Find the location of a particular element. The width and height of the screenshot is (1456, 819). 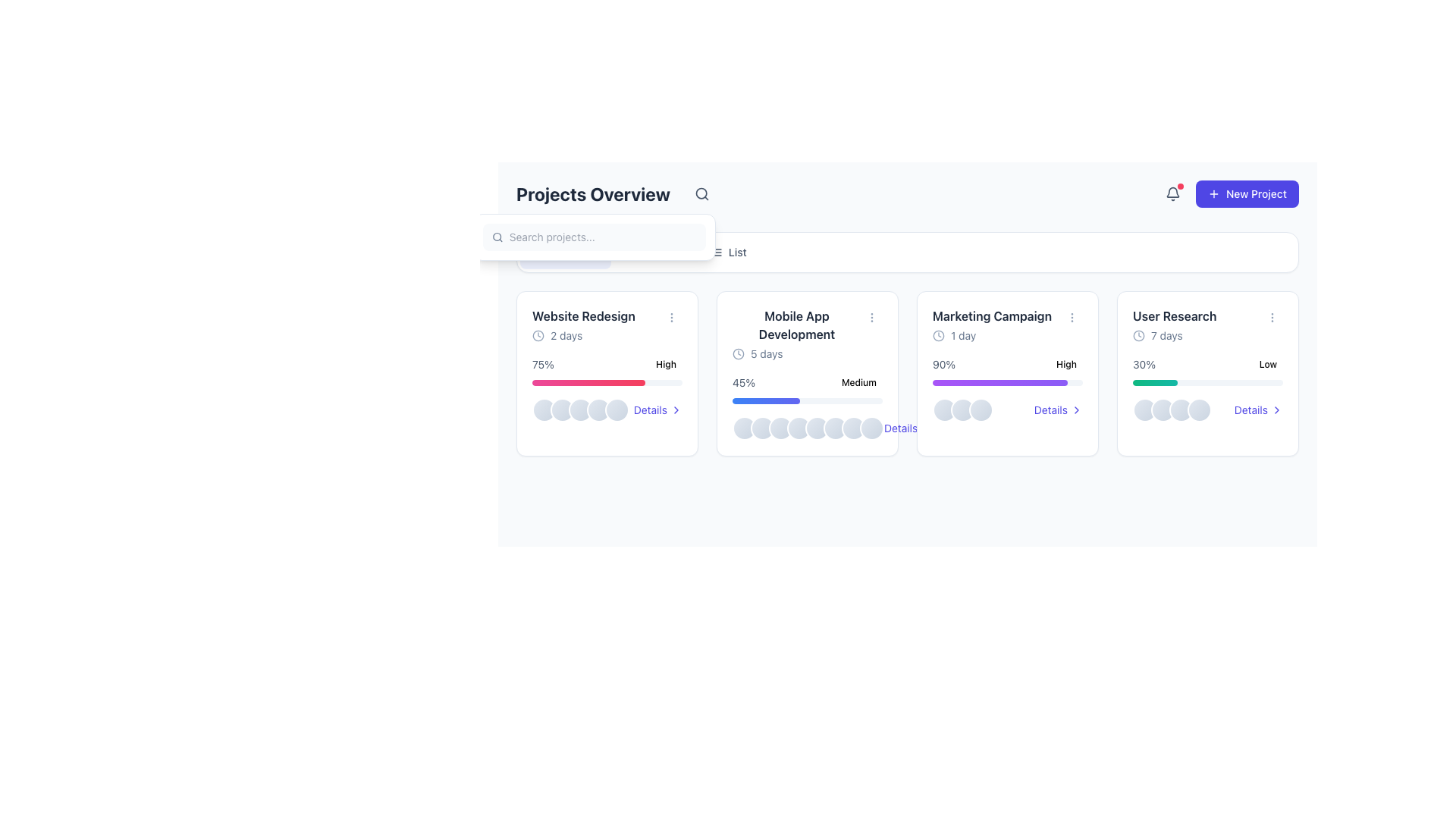

the Text label displaying the duration for the 'User Research' task located directly below the header and icon in the 'User Research' section is located at coordinates (1174, 335).